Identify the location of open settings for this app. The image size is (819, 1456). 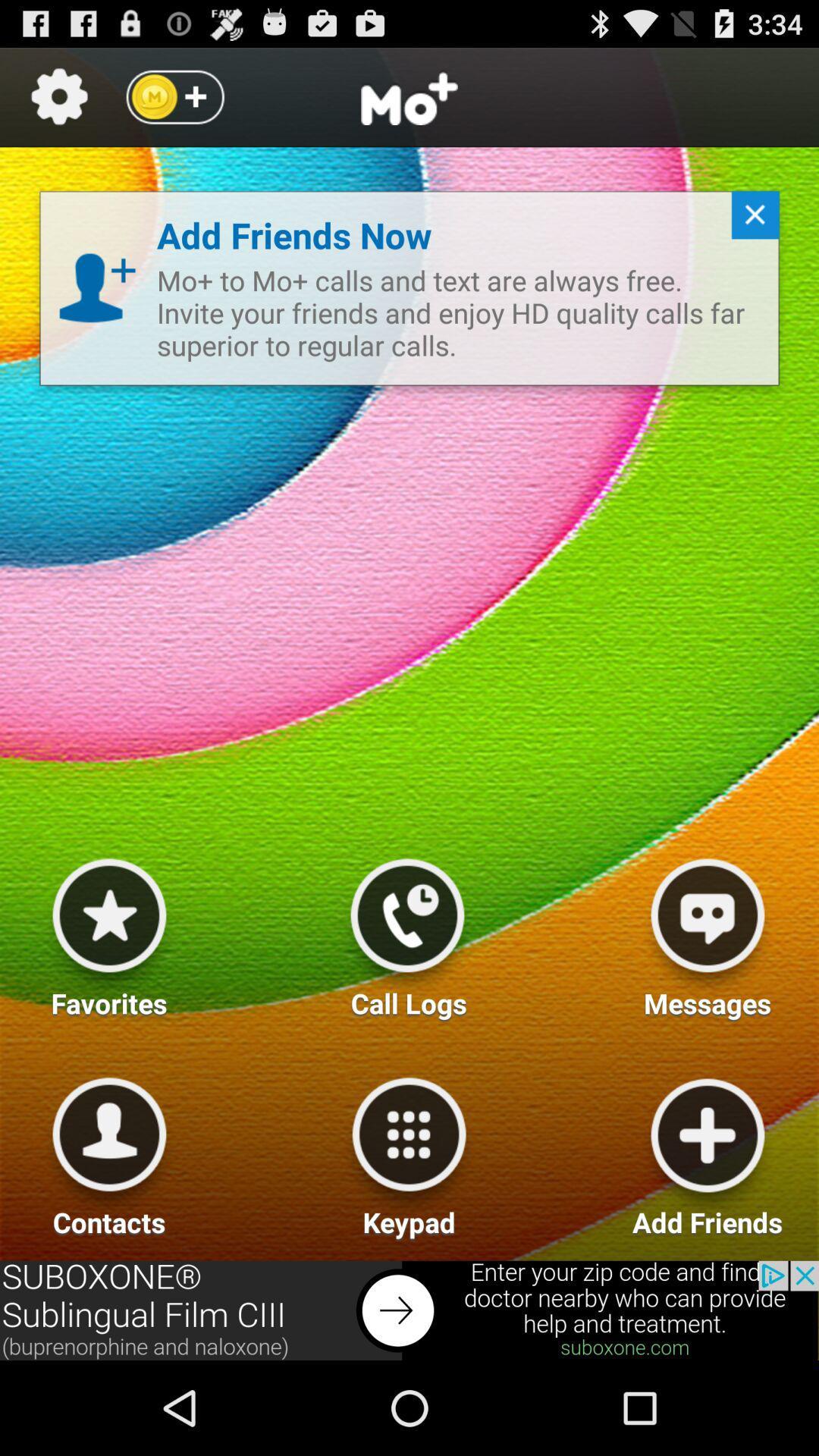
(58, 96).